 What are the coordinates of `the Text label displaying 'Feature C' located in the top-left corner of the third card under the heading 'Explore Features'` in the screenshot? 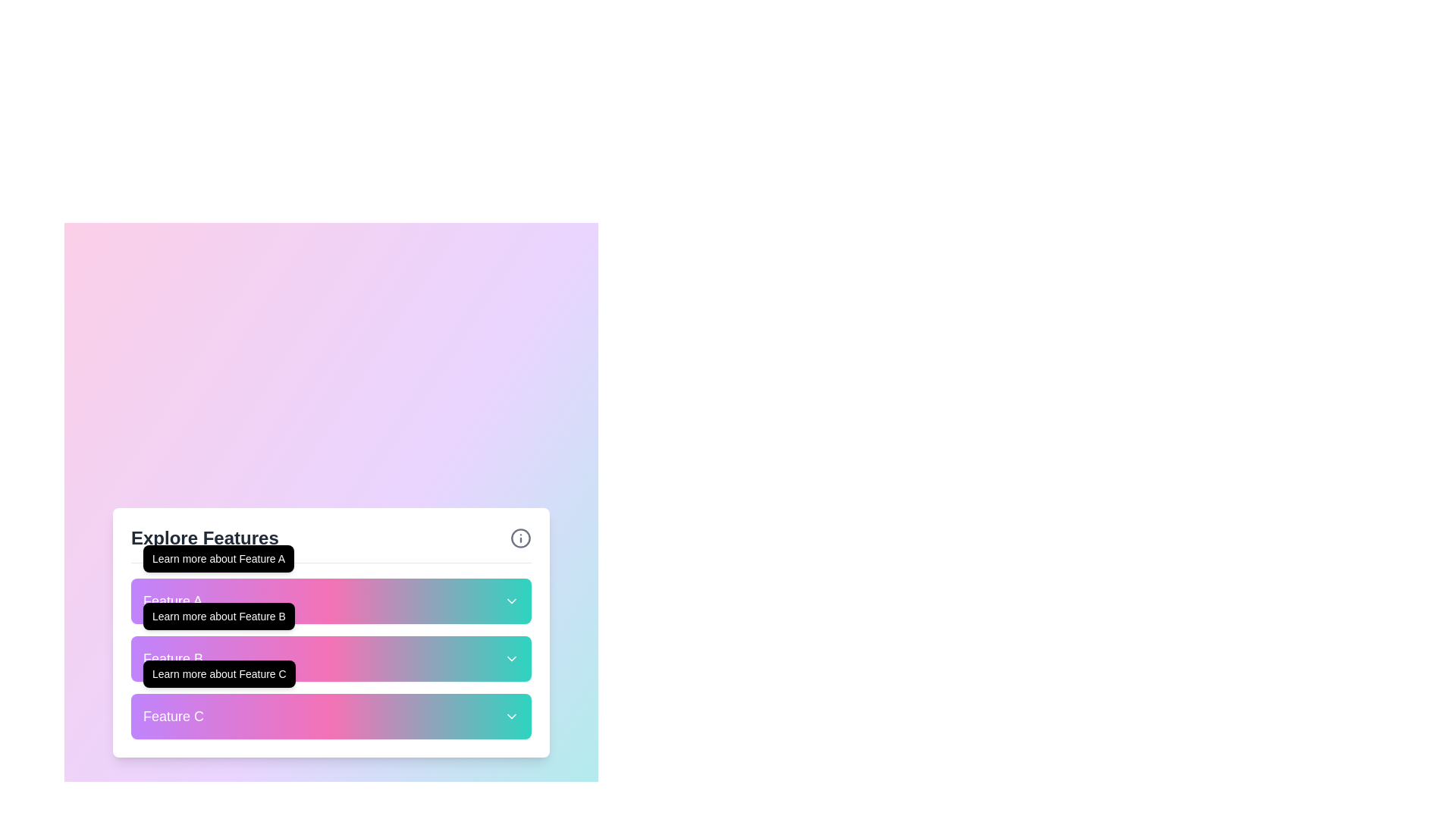 It's located at (174, 716).